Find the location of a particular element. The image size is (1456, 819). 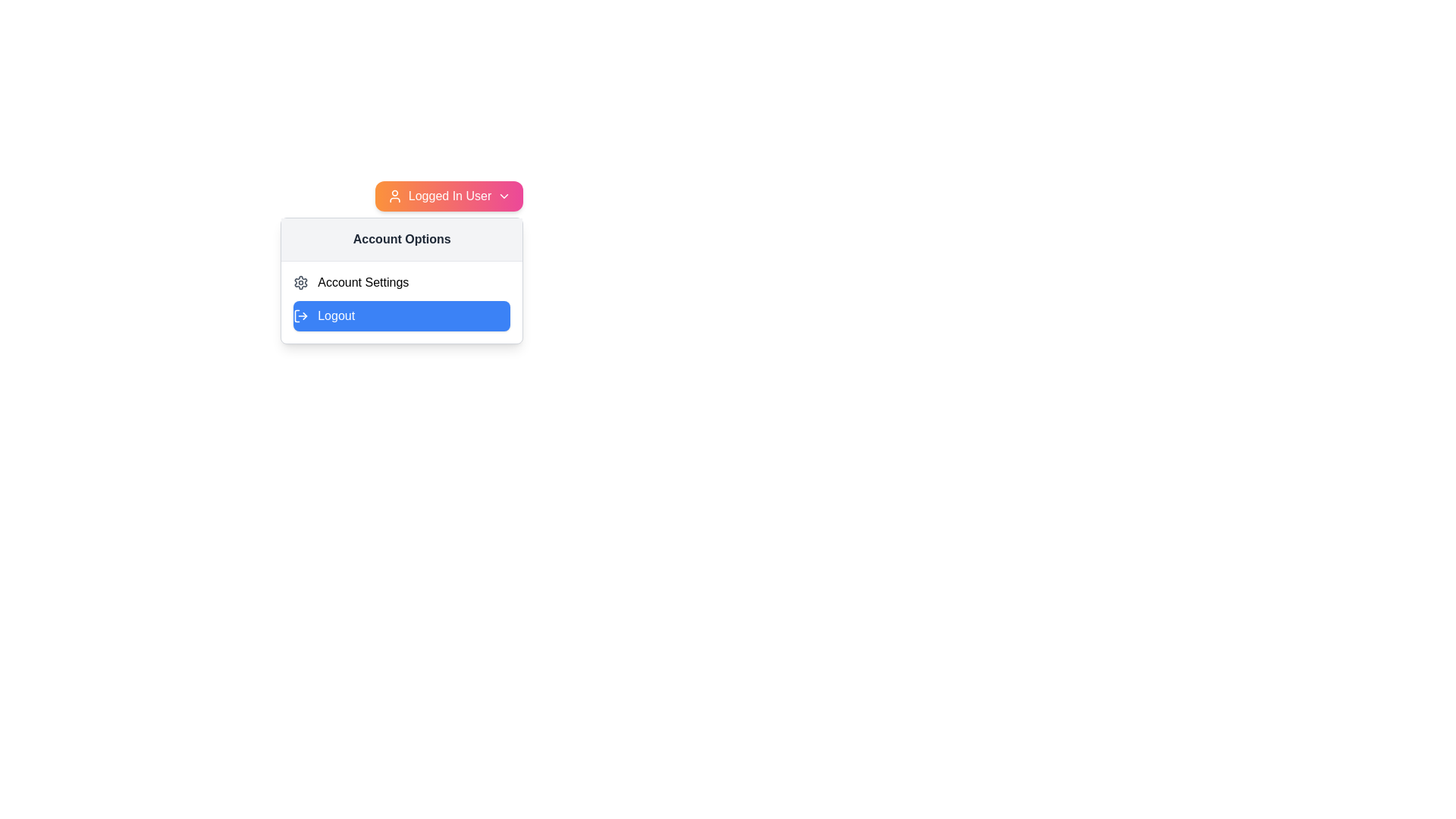

the log-out icon, which is styled as an arrow exiting a rectangle and located to the left of the 'Logout' button in a blue rounded rectangle within a dropdown menu is located at coordinates (301, 315).